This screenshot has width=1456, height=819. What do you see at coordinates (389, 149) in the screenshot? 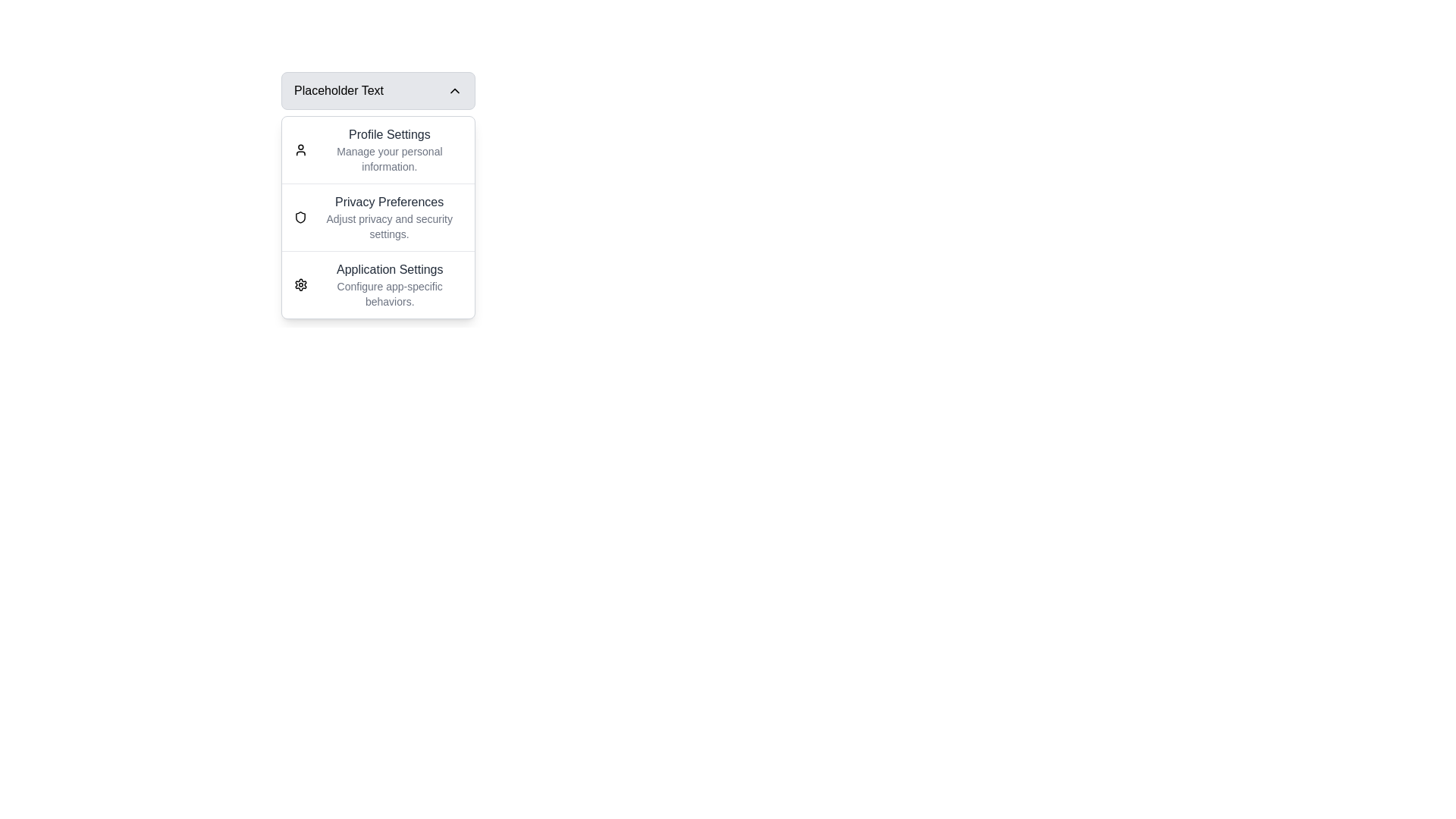
I see `the 'Profile Settings' text block, which features a larger bold title and a smaller description` at bounding box center [389, 149].